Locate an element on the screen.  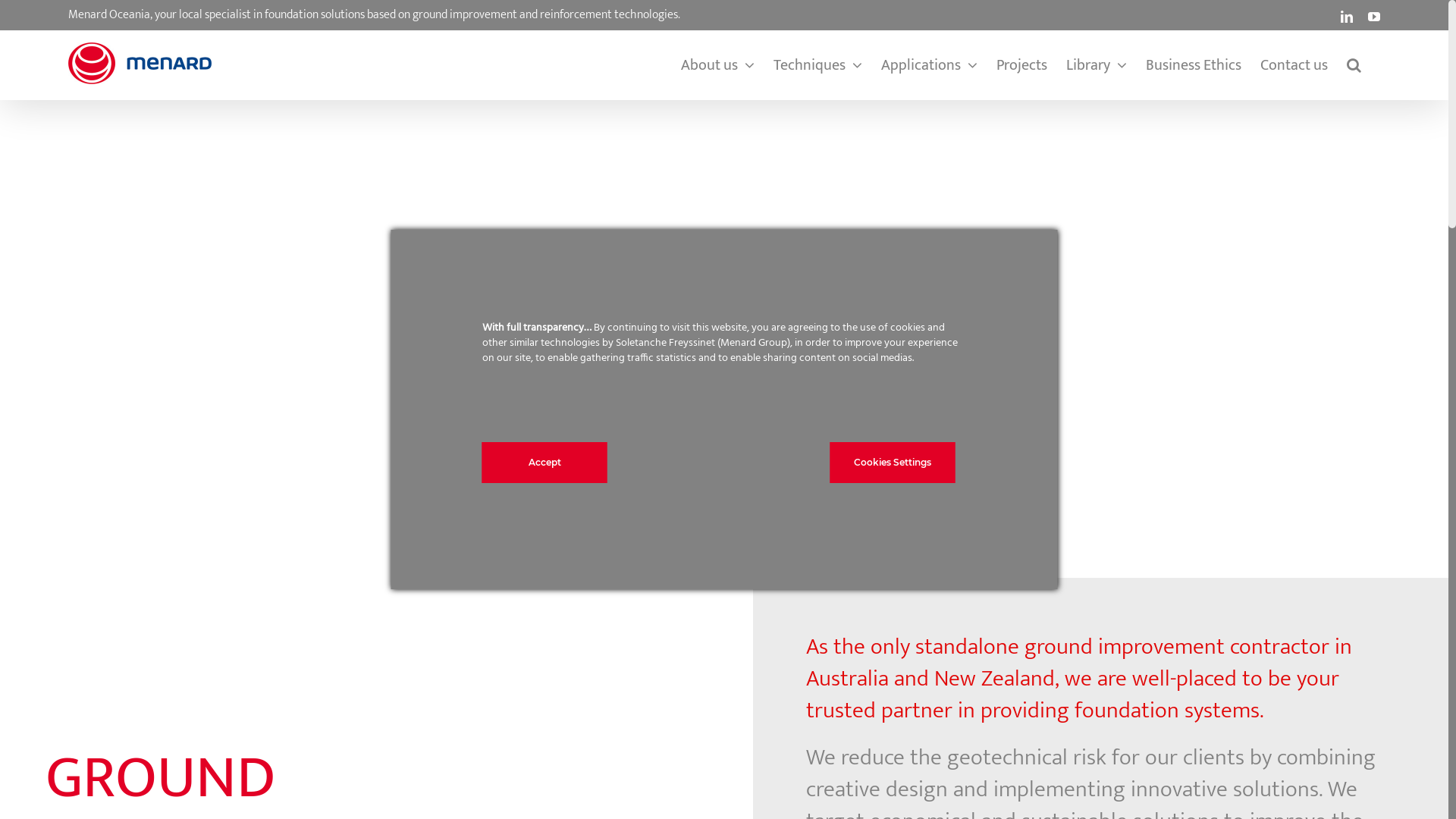
'Library' is located at coordinates (1065, 64).